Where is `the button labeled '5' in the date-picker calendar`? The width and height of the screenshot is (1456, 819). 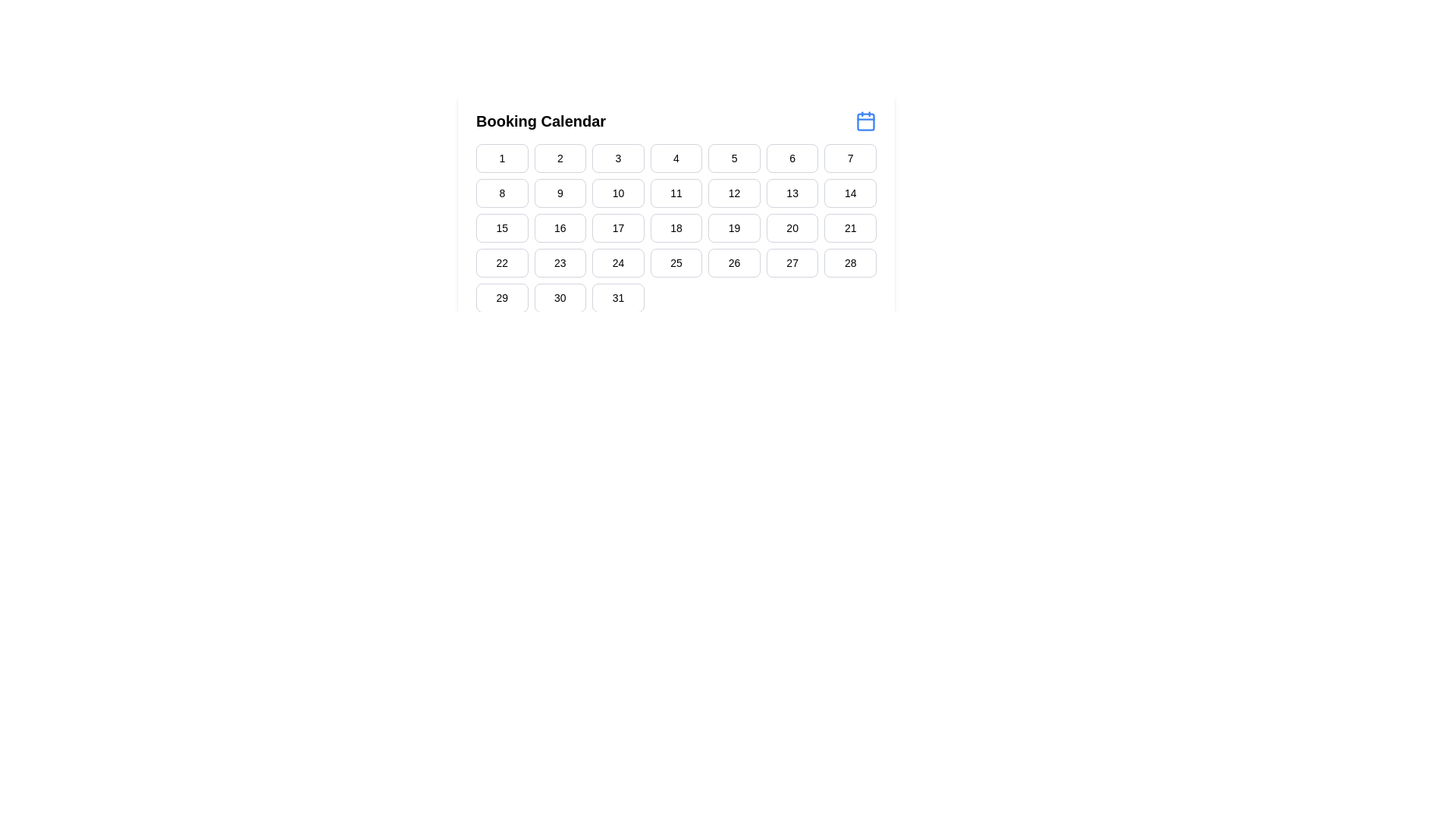 the button labeled '5' in the date-picker calendar is located at coordinates (734, 158).